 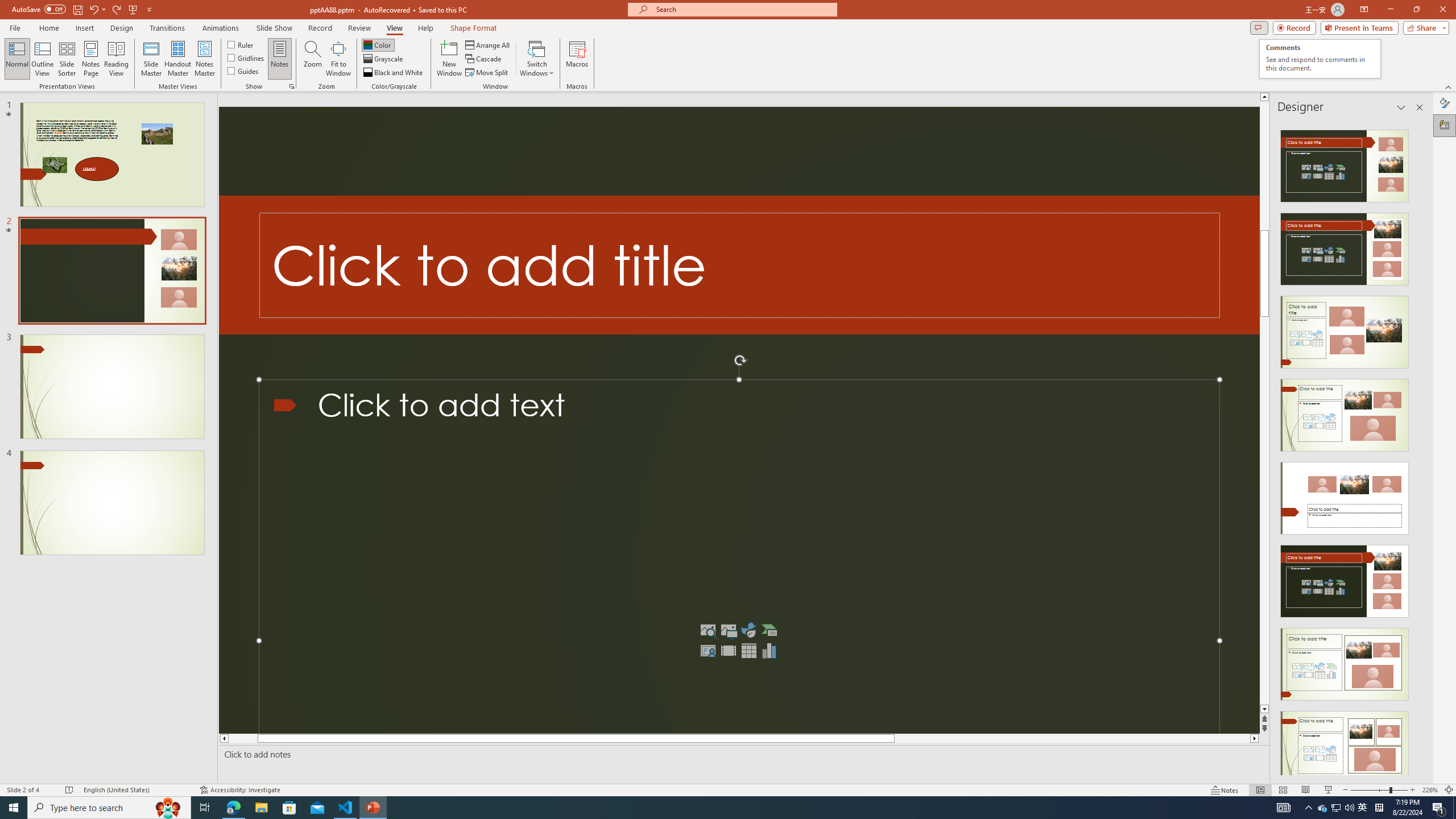 I want to click on 'Handout Master', so click(x=177, y=59).